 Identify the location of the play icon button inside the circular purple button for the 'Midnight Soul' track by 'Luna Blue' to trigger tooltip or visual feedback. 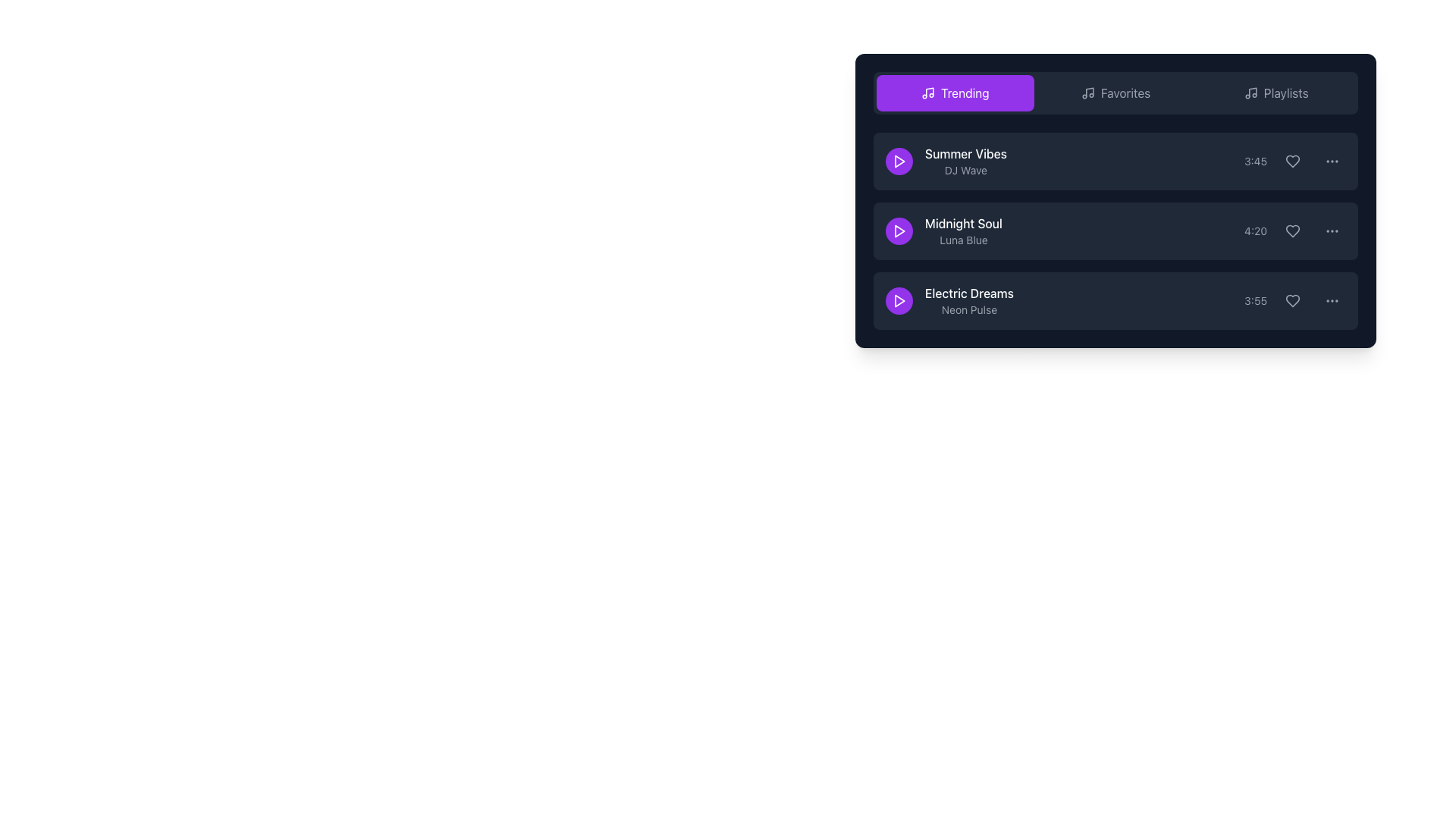
(899, 231).